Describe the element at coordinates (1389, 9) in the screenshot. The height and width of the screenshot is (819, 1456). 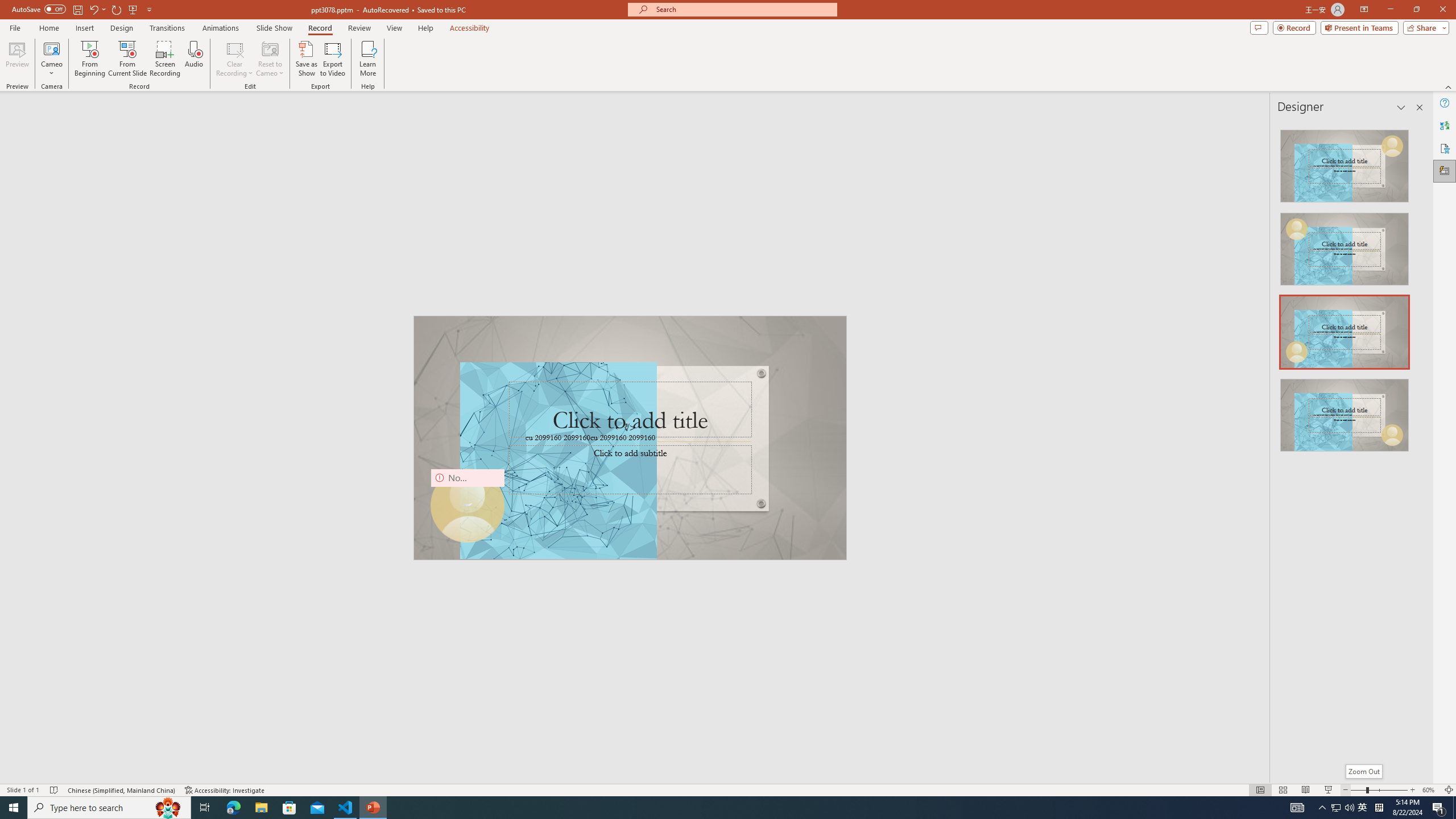
I see `'Minimize'` at that location.